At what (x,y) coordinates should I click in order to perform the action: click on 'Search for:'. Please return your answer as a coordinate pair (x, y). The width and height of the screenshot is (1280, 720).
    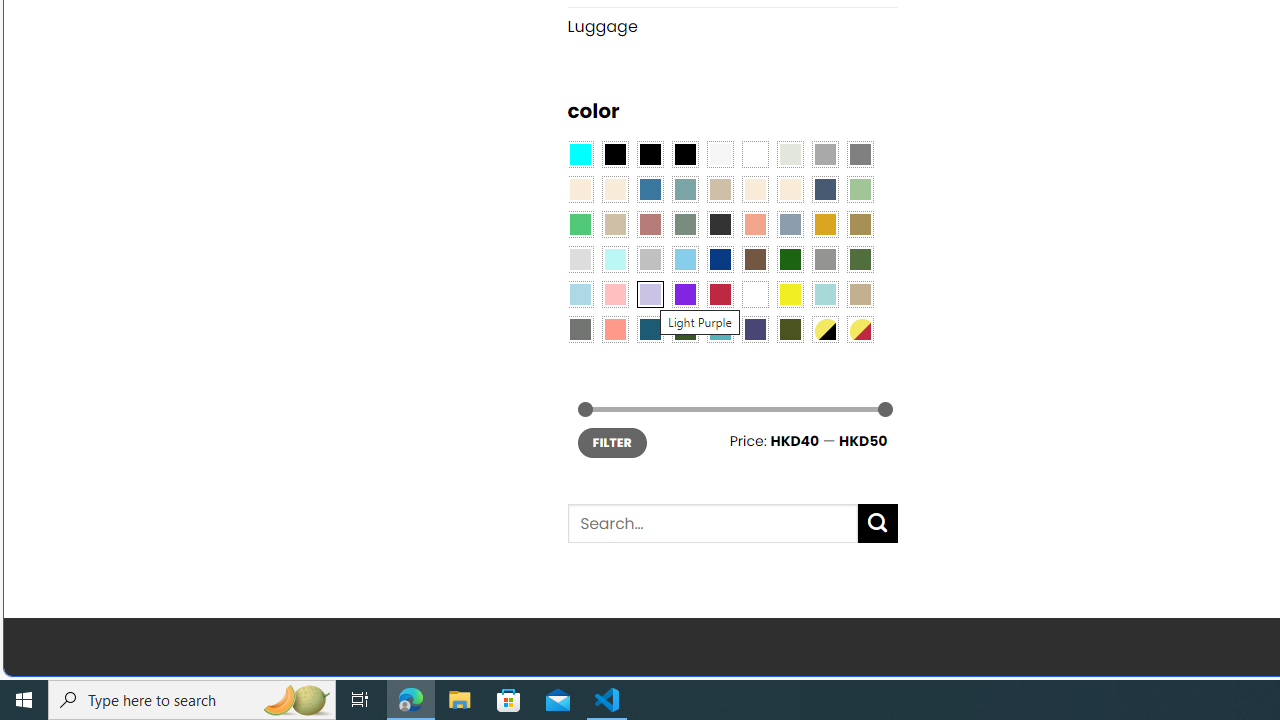
    Looking at the image, I should click on (712, 523).